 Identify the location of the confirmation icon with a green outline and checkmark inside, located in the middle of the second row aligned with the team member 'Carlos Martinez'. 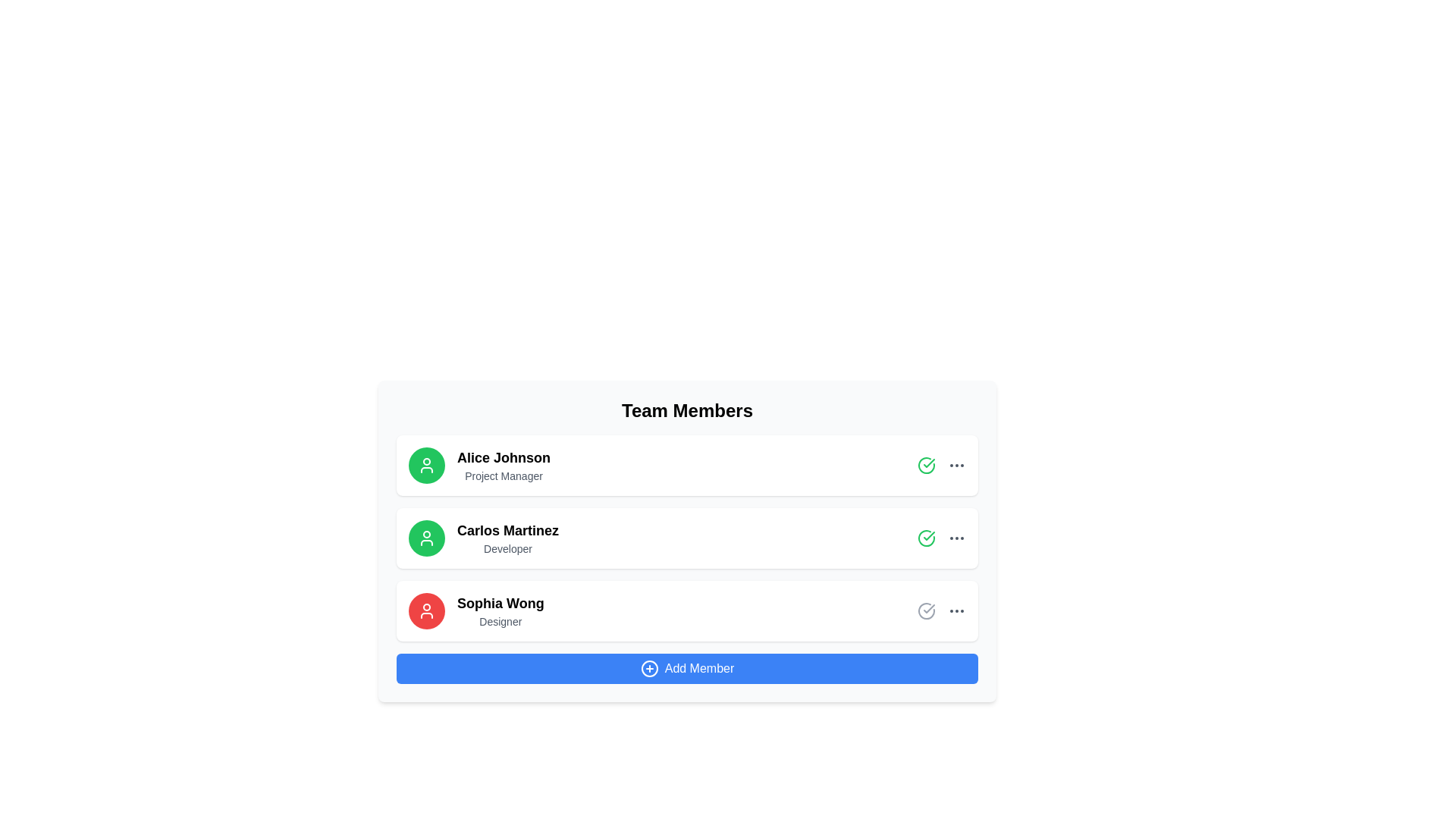
(926, 464).